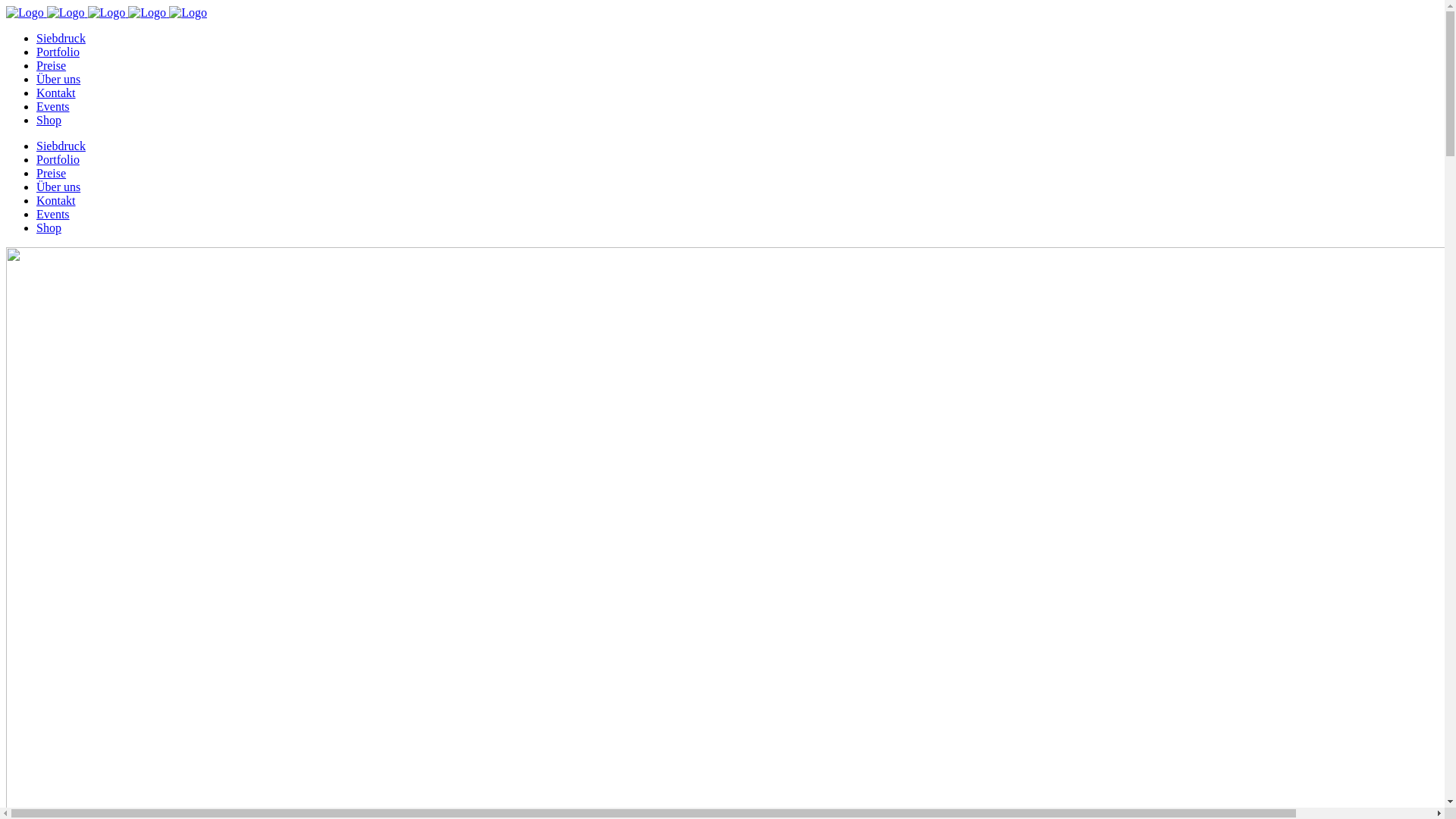  Describe the element at coordinates (58, 51) in the screenshot. I see `'Portfolio'` at that location.